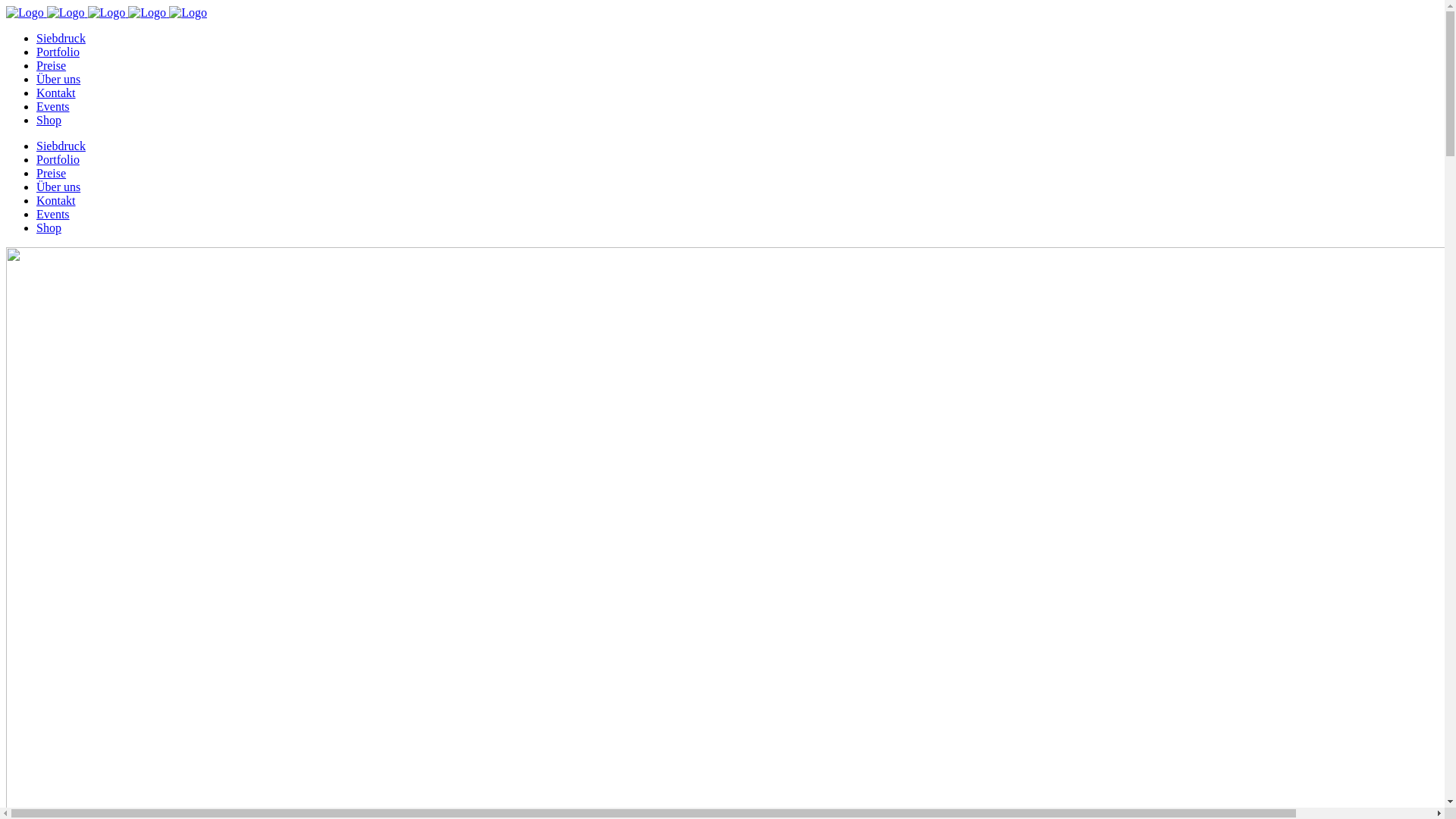  Describe the element at coordinates (58, 51) in the screenshot. I see `'Portfolio'` at that location.